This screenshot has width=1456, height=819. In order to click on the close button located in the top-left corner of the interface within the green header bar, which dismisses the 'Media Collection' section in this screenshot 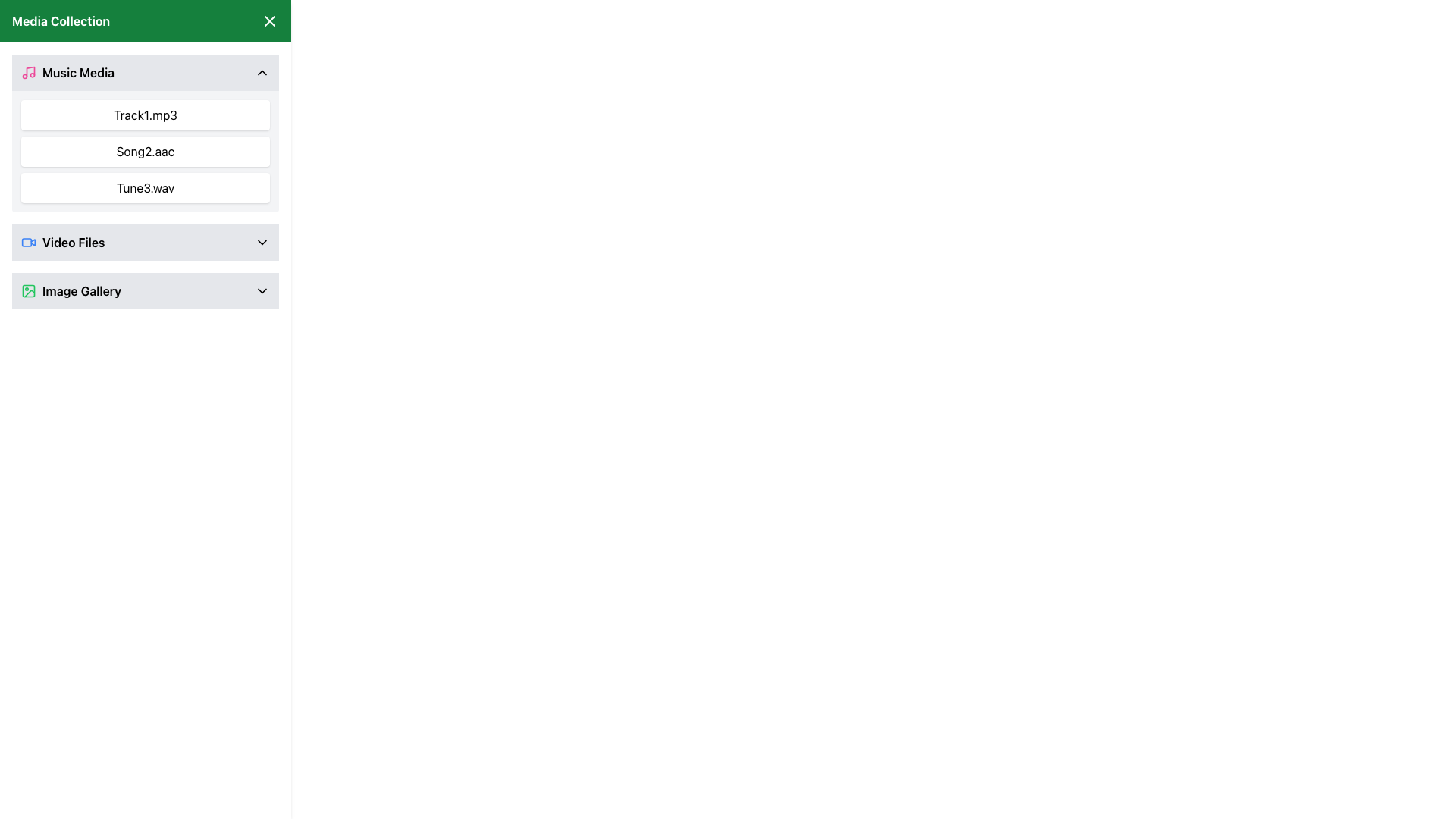, I will do `click(269, 20)`.